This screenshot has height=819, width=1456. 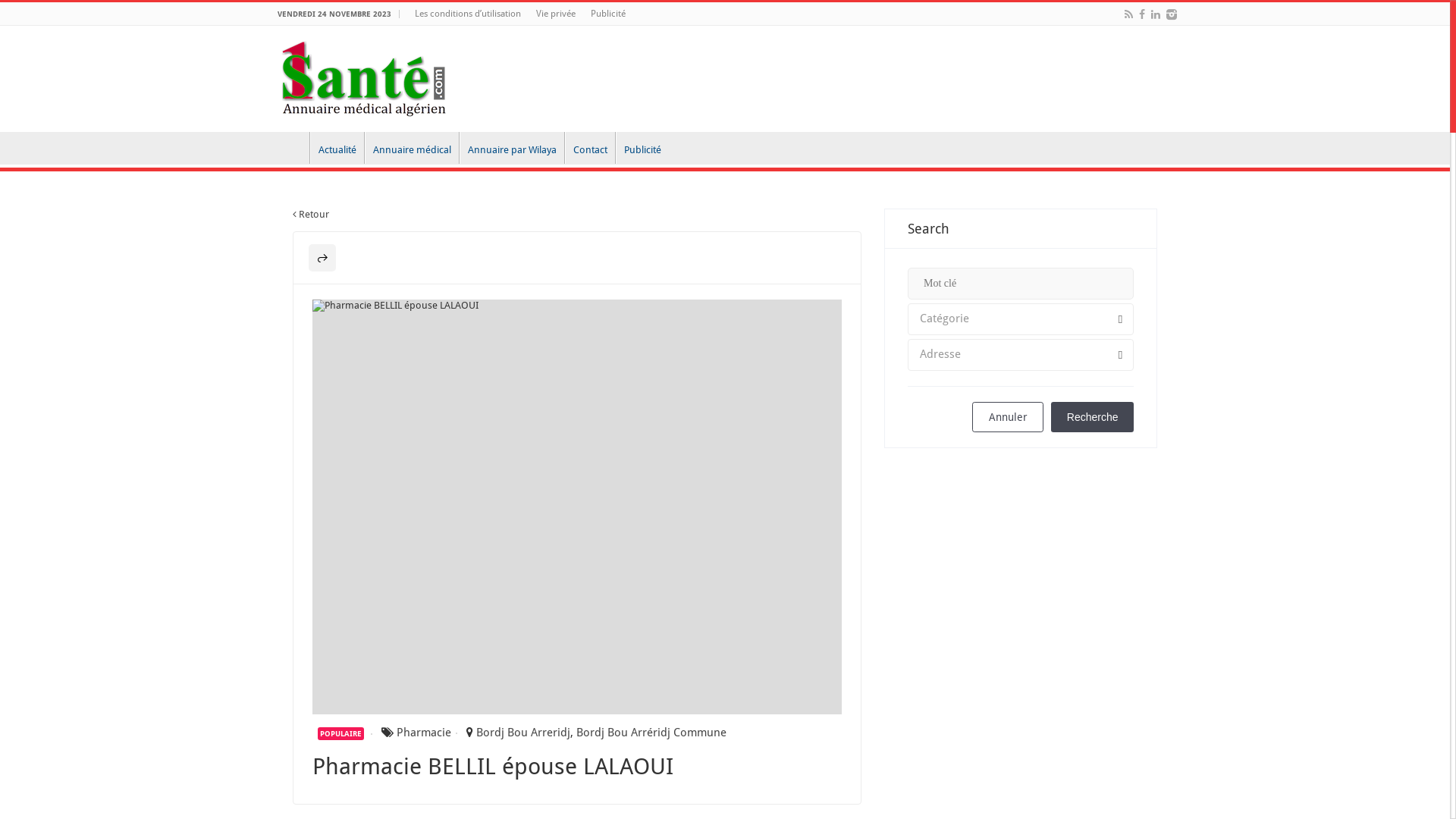 I want to click on 'Recherche', so click(x=1092, y=417).